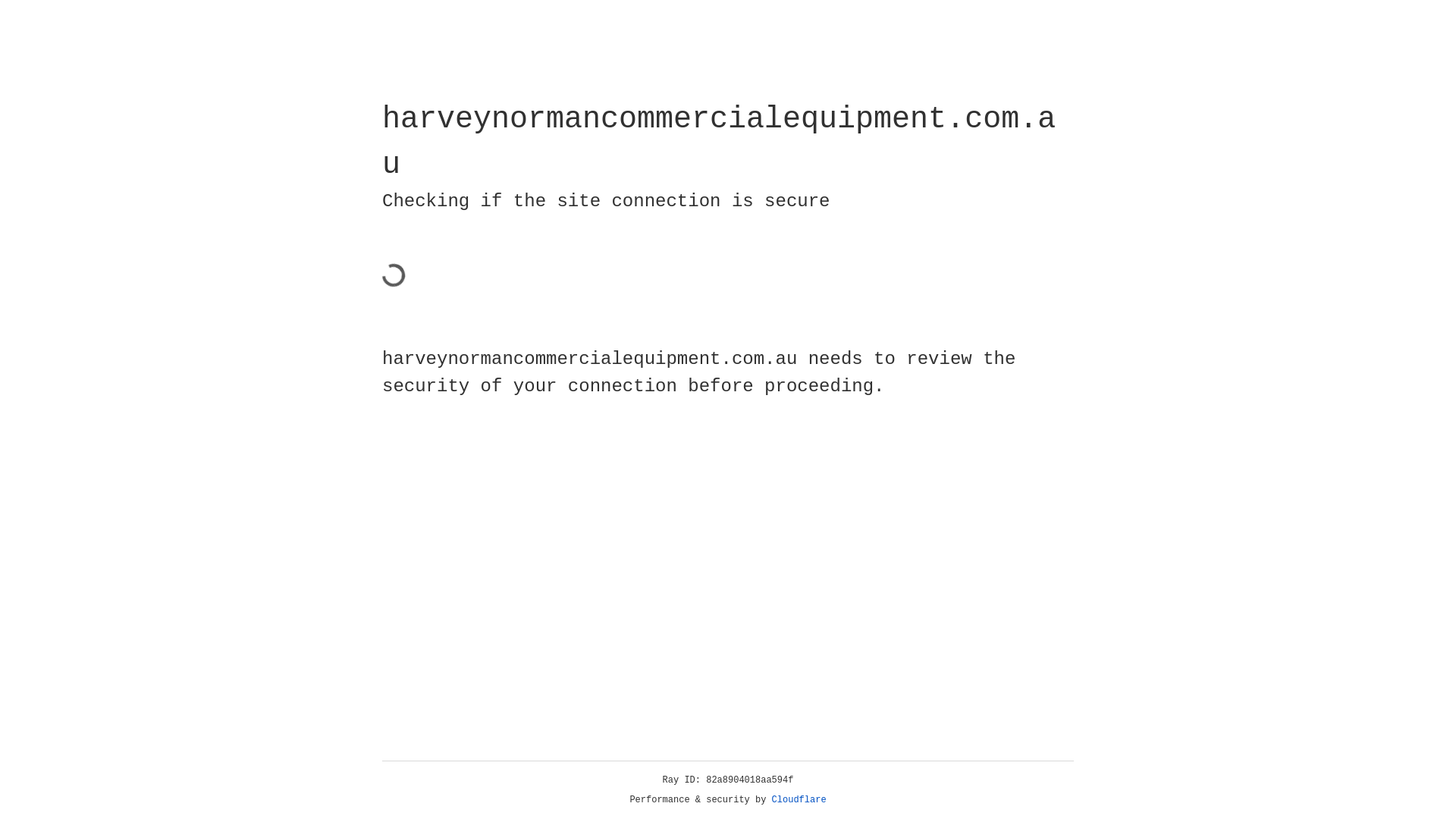 This screenshot has height=819, width=1456. I want to click on 'Cloudflare', so click(799, 799).